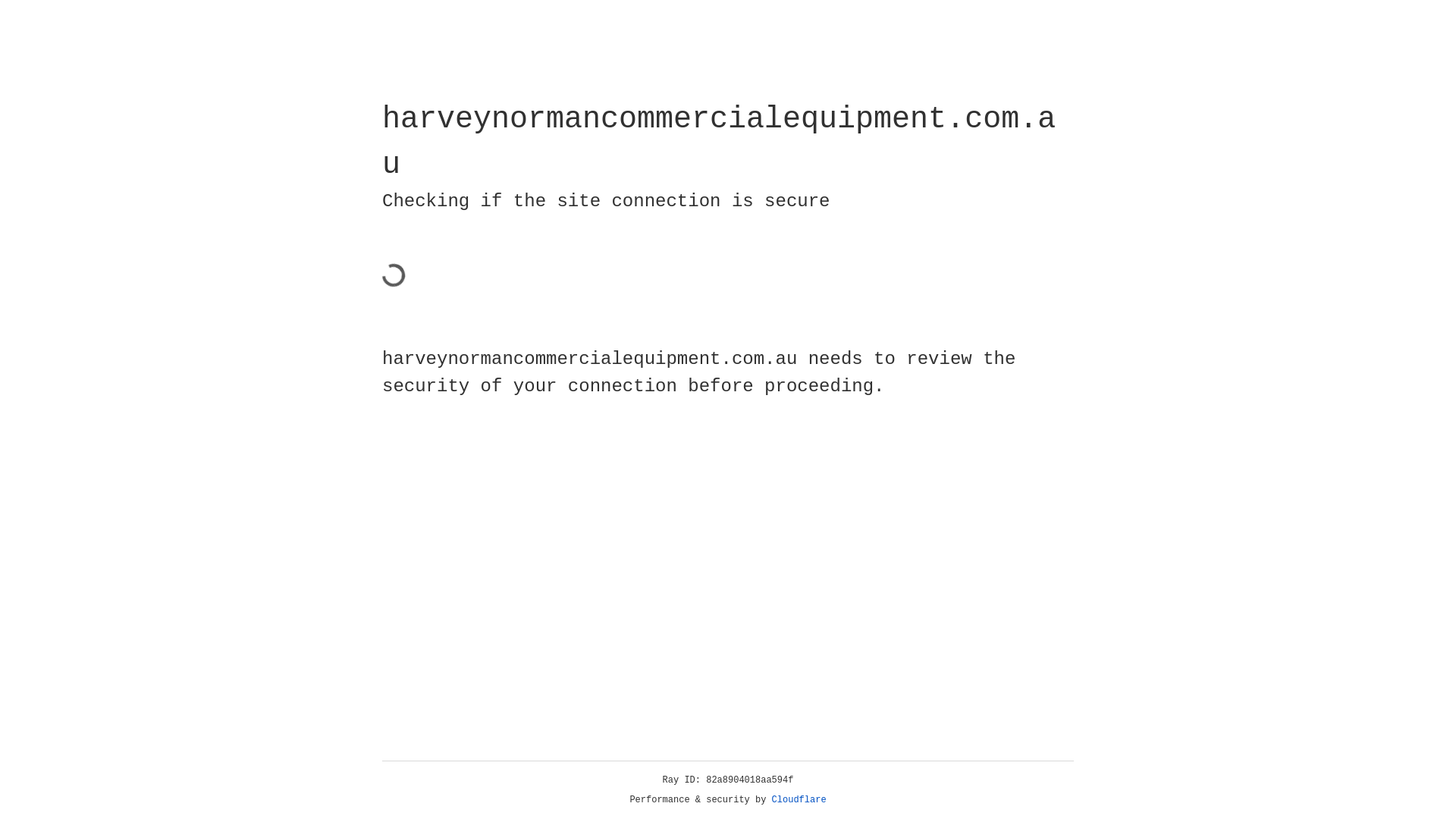 This screenshot has height=819, width=1456. I want to click on 'Cloudflare', so click(799, 799).